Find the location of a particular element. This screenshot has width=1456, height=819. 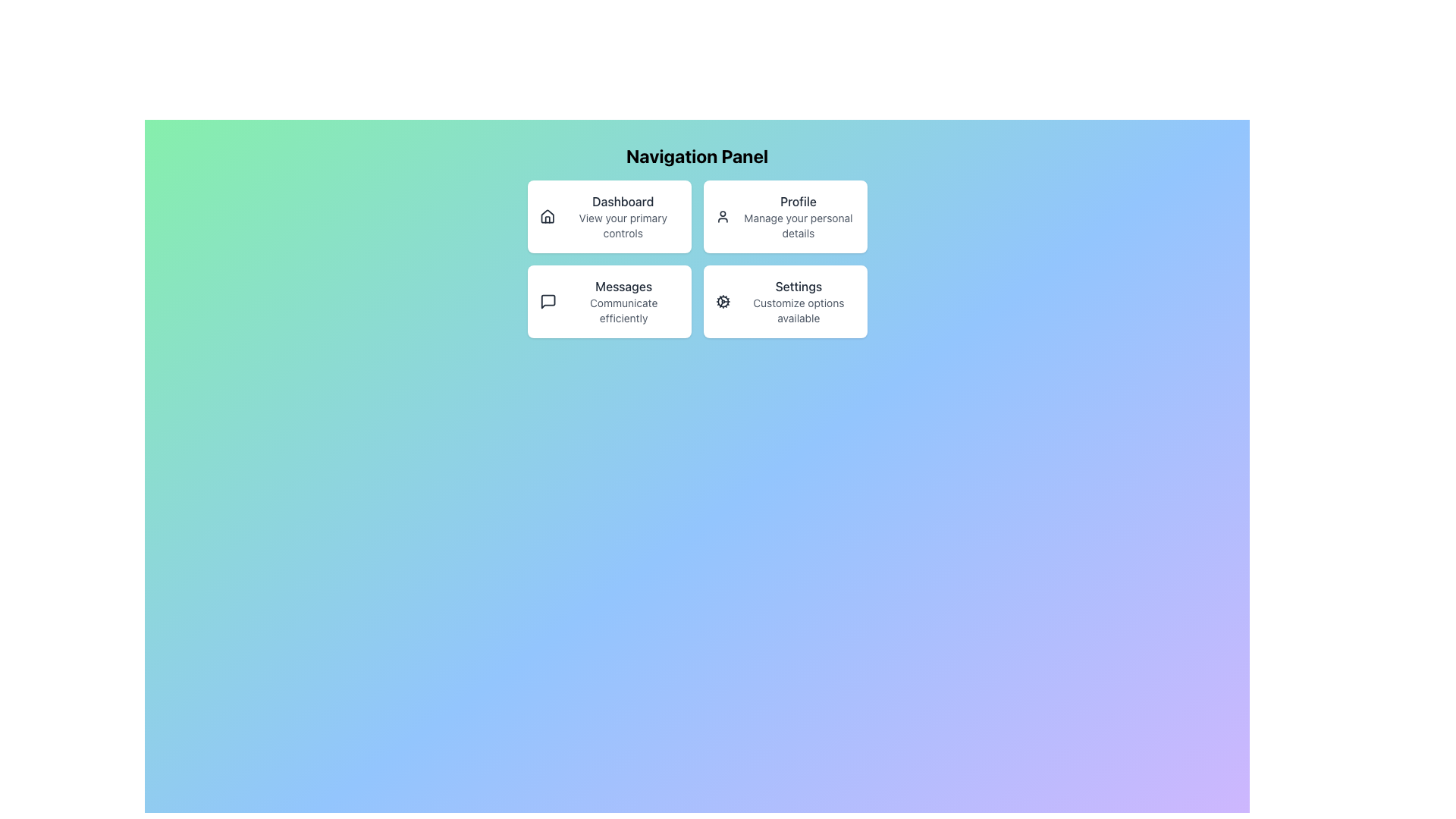

the static text label element that provides supplemental information related to the 'Settings' section, located directly below the 'Settings' text in the bottom-right quadrant of the user interface is located at coordinates (798, 309).